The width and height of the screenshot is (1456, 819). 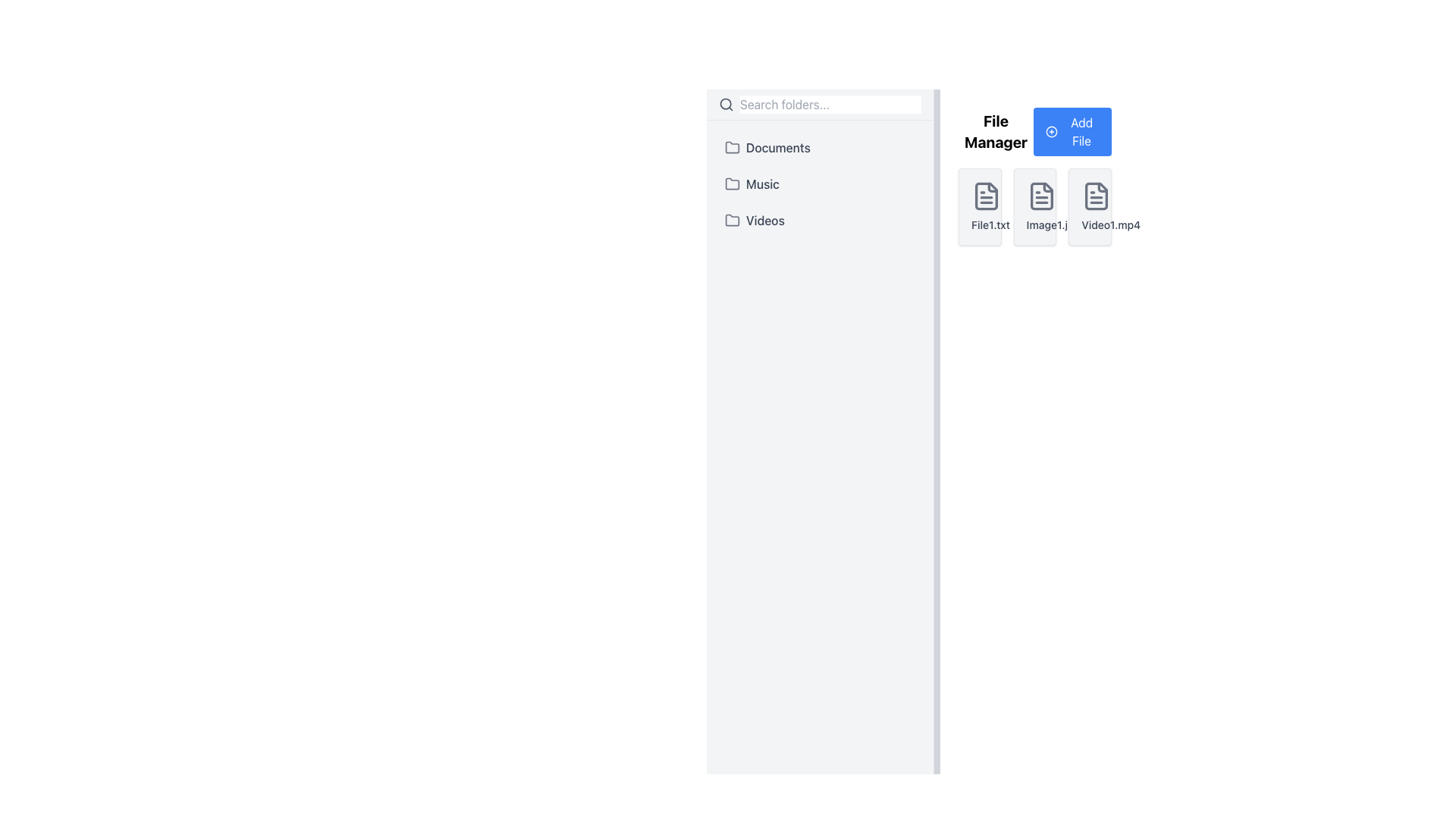 I want to click on the circular part of the search icon located at the top left of the file manager interface, adjacent to the 'Search folders...' input bar, so click(x=725, y=103).